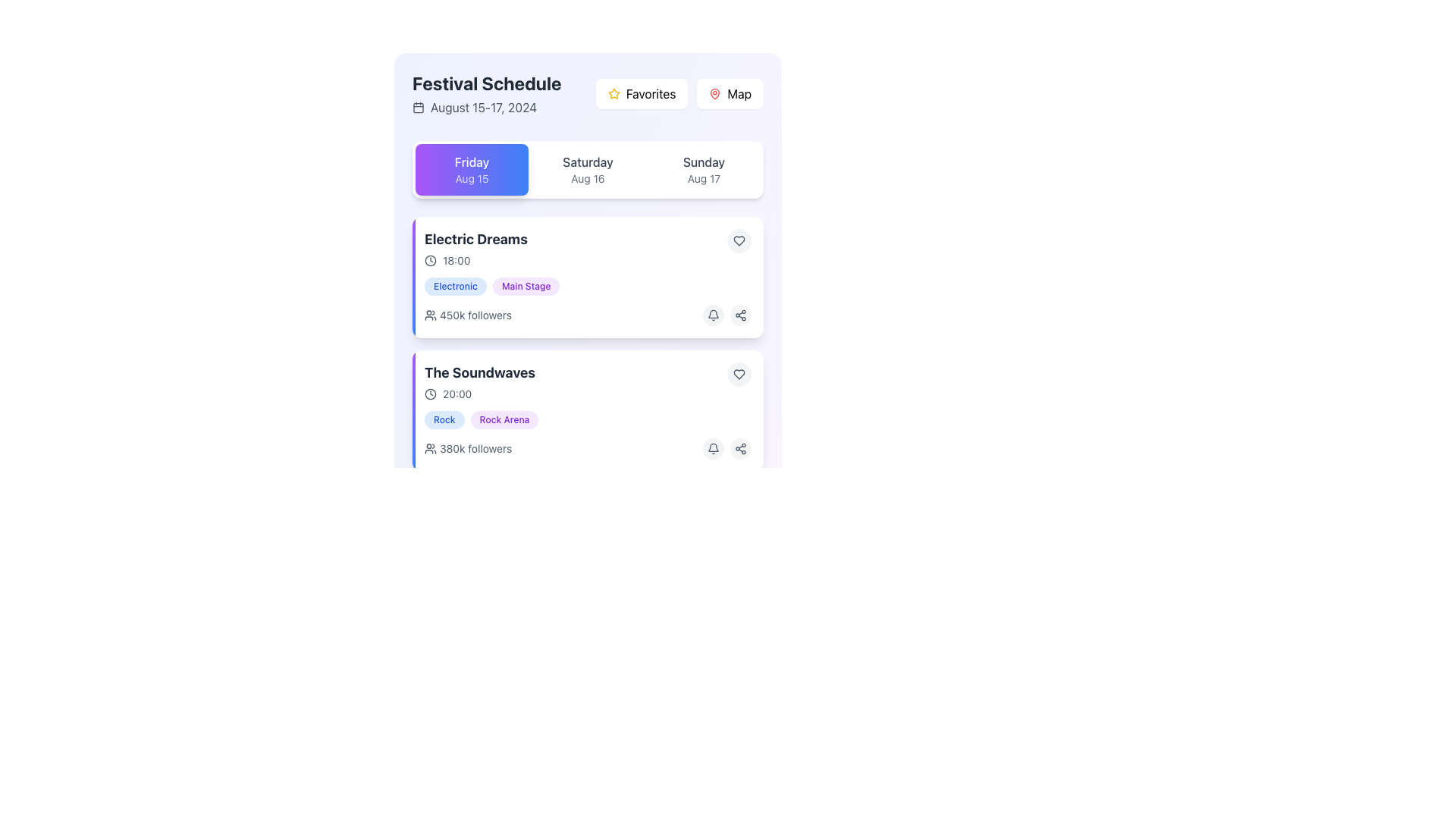 This screenshot has height=819, width=1456. What do you see at coordinates (739, 240) in the screenshot?
I see `the circular button with a heart icon in the top-right corner of the 'Electric Dreams' event card` at bounding box center [739, 240].